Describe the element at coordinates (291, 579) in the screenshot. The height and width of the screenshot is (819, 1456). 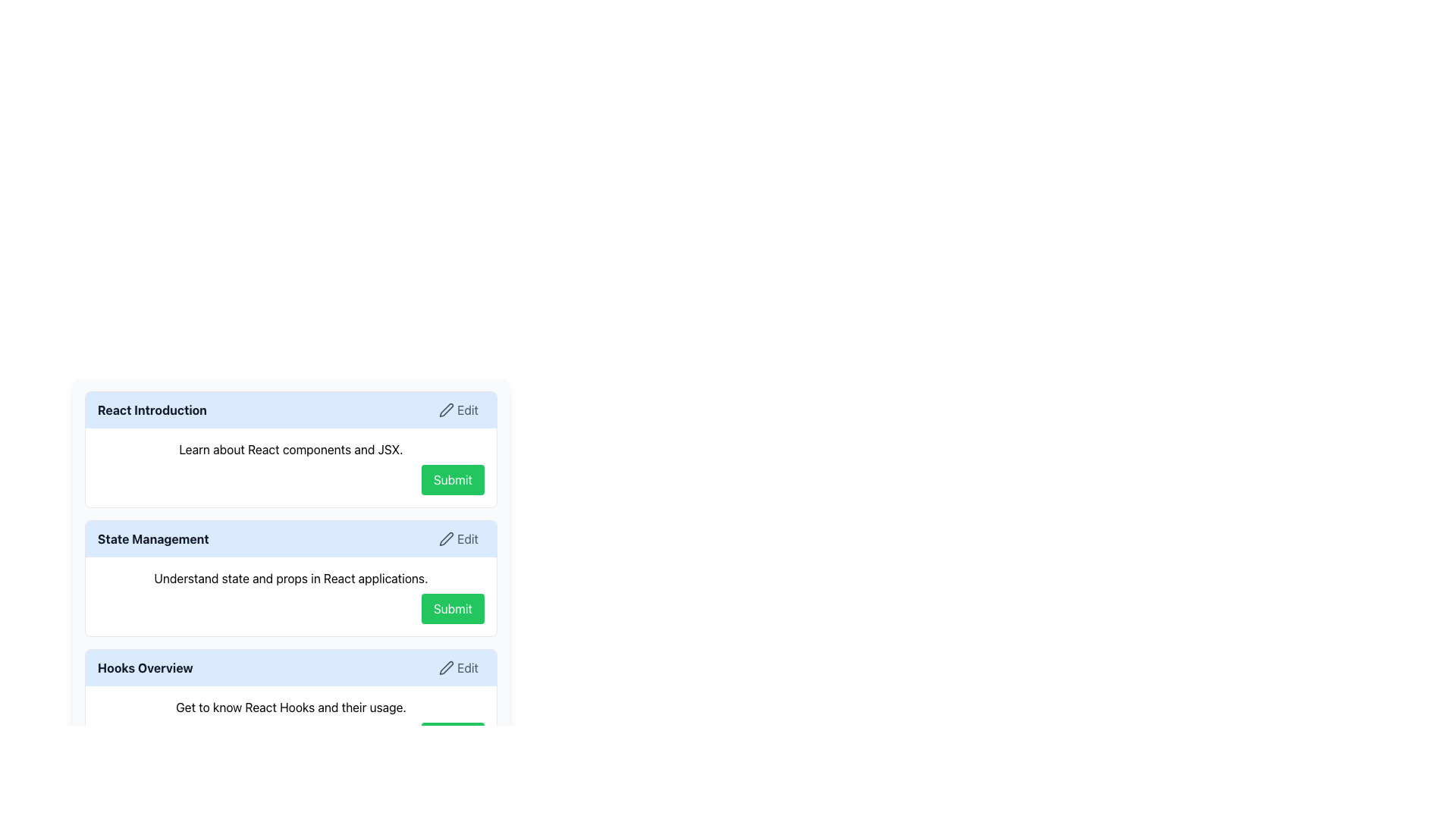
I see `the second card in the vertically stacked list, which displays information about 'State Management'` at that location.